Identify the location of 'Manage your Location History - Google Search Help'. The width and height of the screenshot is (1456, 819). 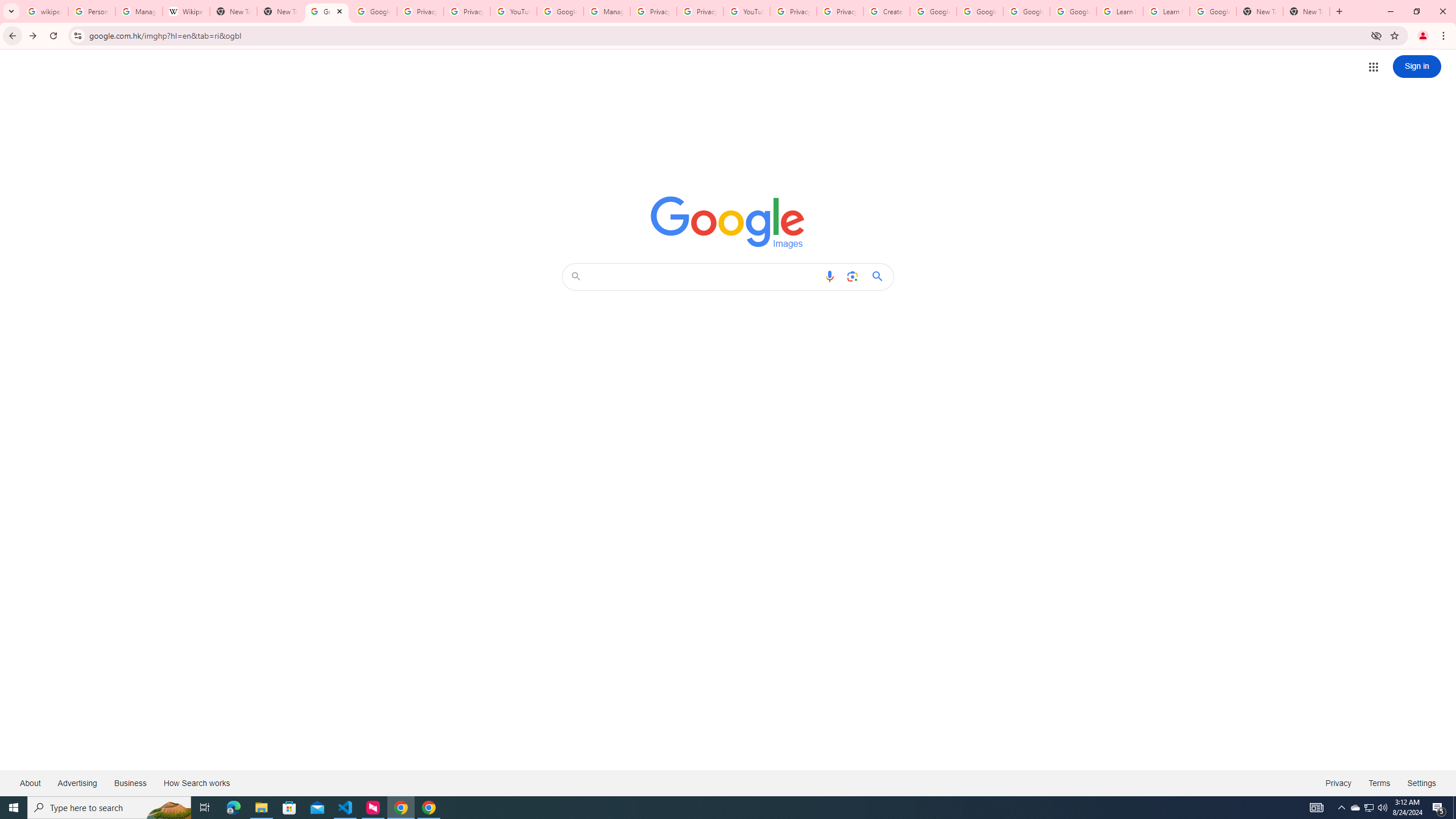
(139, 11).